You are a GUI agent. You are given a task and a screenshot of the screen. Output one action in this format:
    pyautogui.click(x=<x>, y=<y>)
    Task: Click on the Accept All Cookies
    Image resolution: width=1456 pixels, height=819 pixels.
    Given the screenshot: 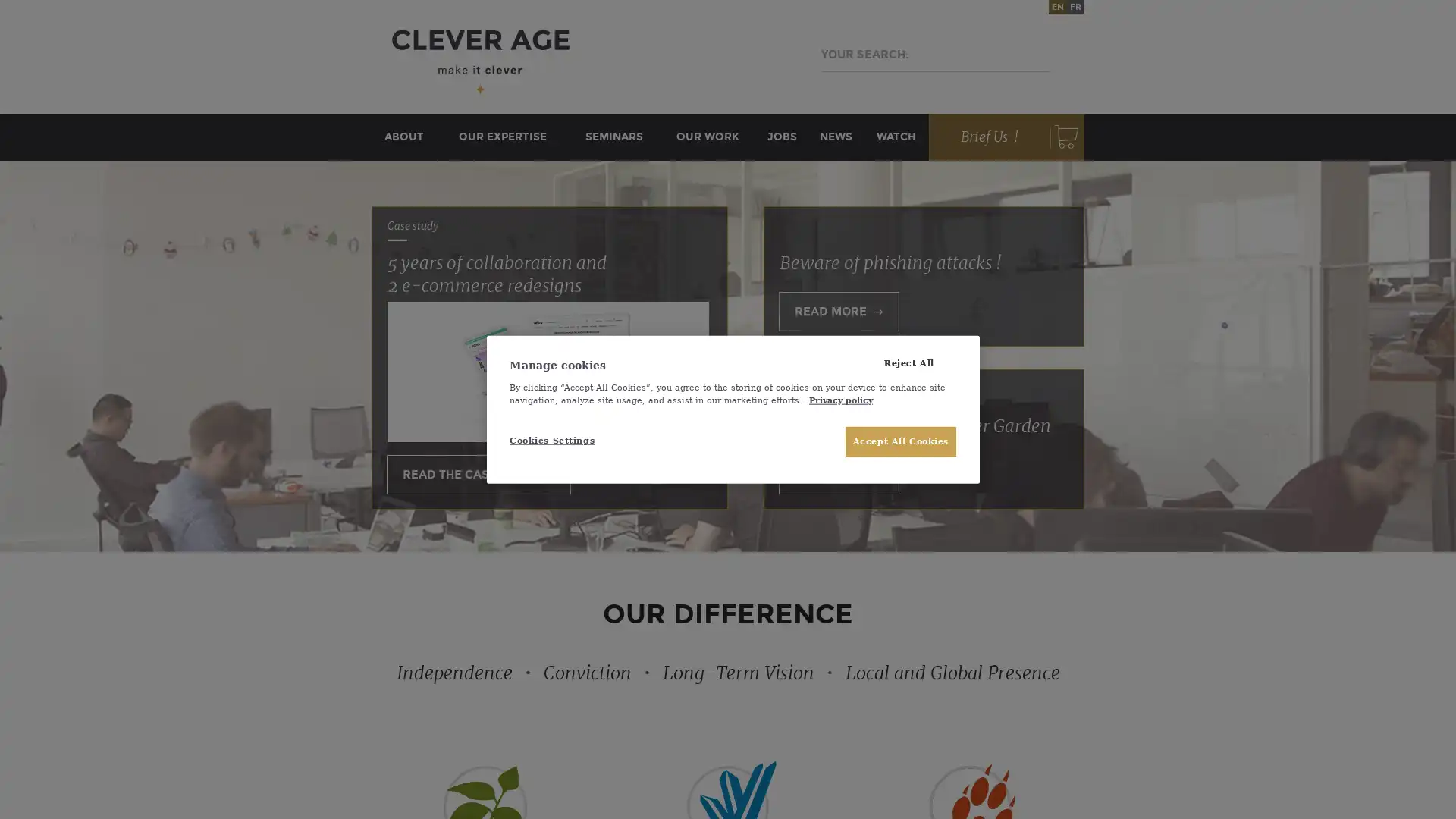 What is the action you would take?
    pyautogui.click(x=900, y=441)
    